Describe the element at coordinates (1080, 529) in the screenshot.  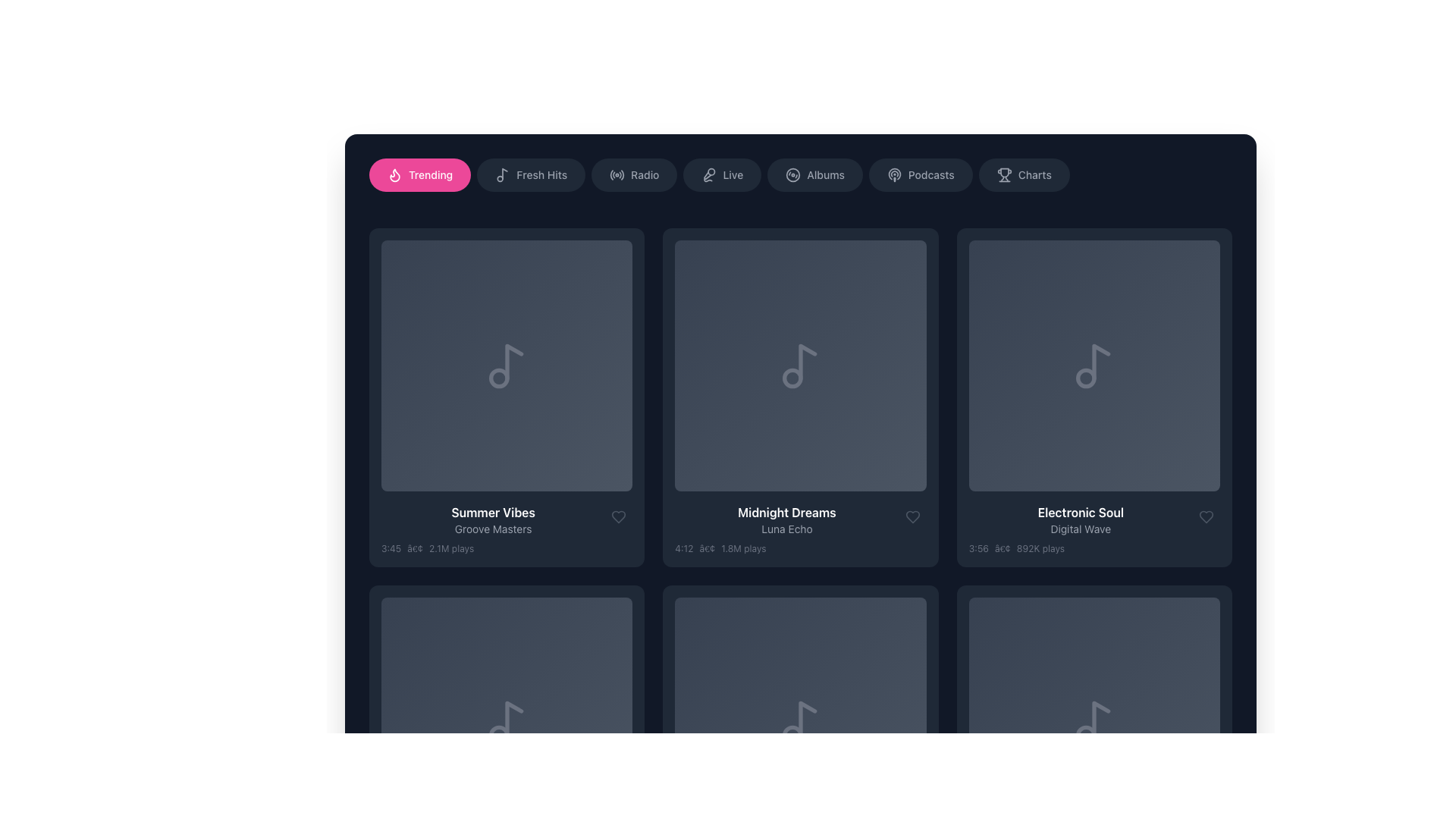
I see `the text label displaying additional information under the main title 'Electronic Soul' in the song card located in the third column of the first row` at that location.